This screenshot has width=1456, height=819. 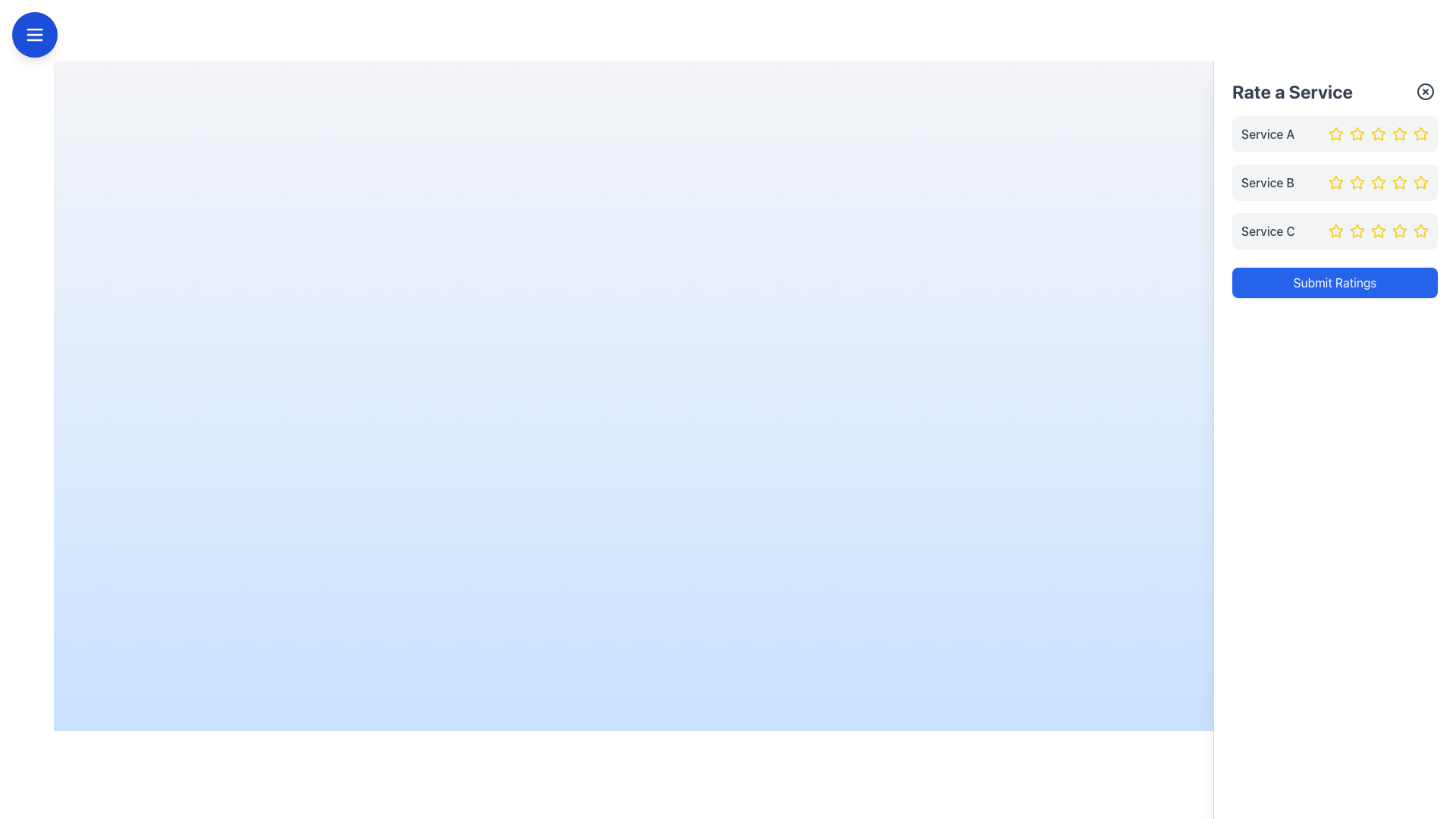 I want to click on the third golden-yellow star icon in the 'Service C' rating section, so click(x=1379, y=231).